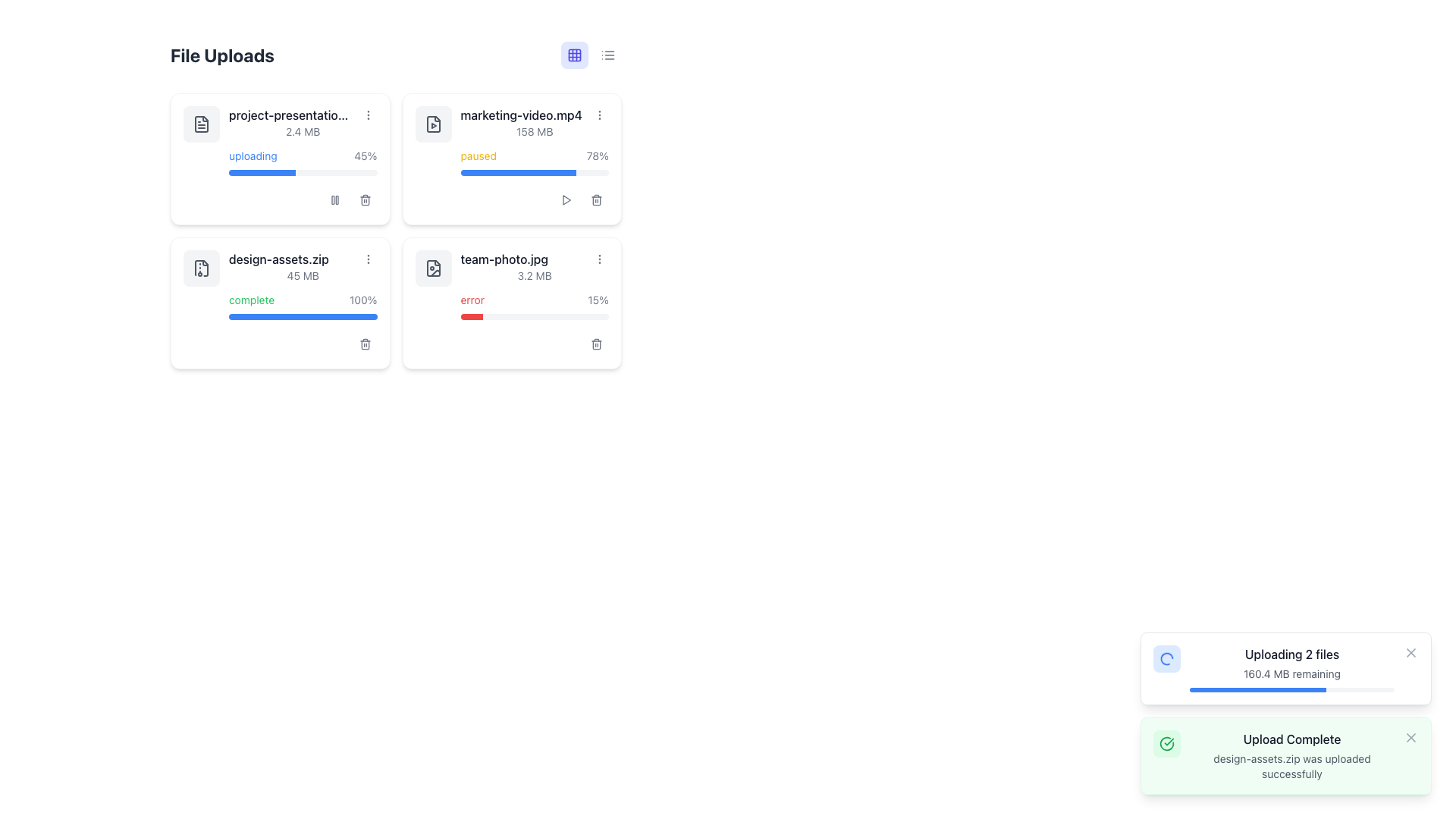 This screenshot has height=819, width=1456. Describe the element at coordinates (535, 275) in the screenshot. I see `the Static Text Display showing '3.2 MB' within the file upload card for 'team-photo.jpg'` at that location.